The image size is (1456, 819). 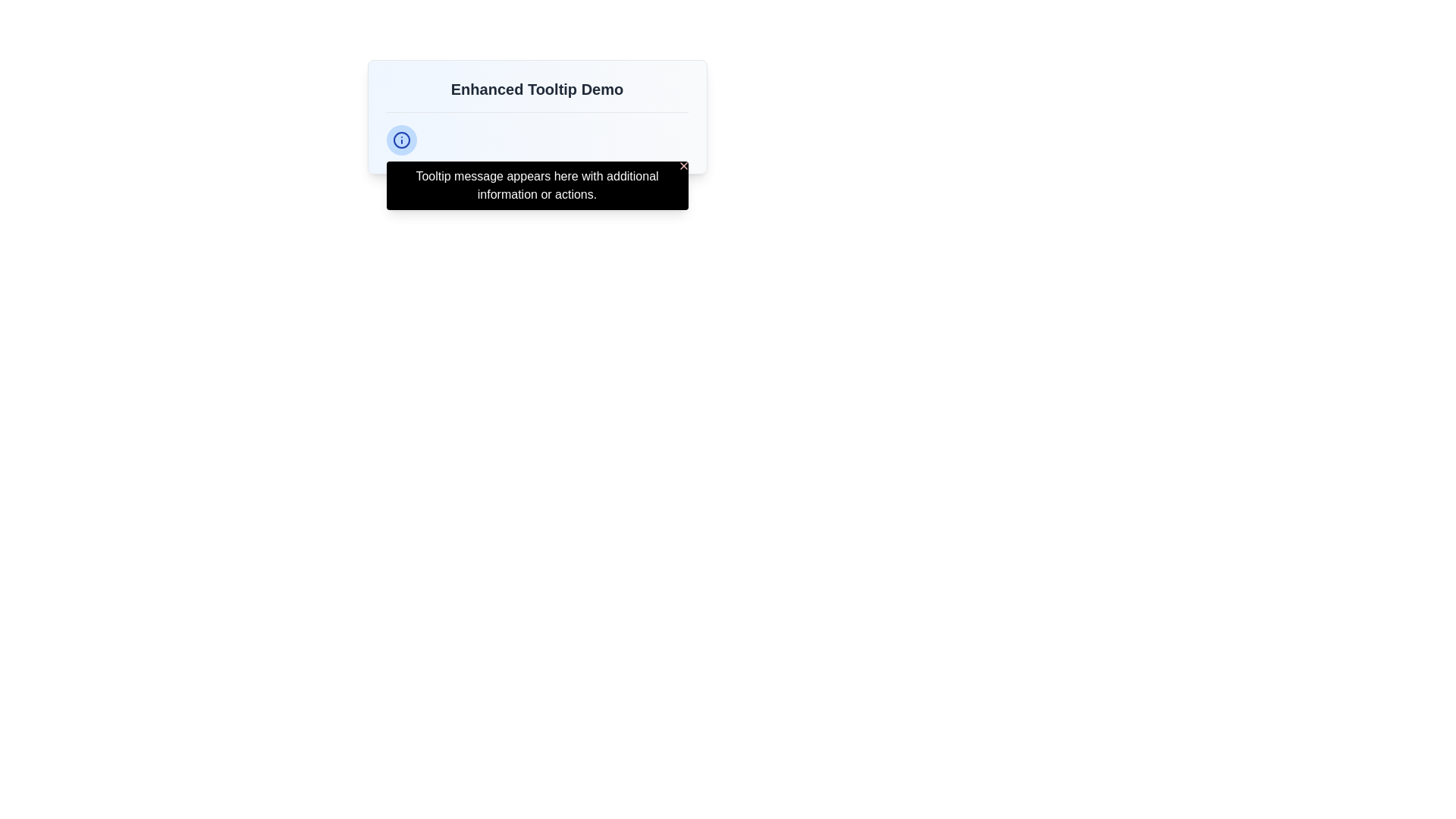 What do you see at coordinates (401, 140) in the screenshot?
I see `the circular information icon represented by a vector graphic element, located at the center of a 24x24 pixel box near the left side of the tooltip's title text` at bounding box center [401, 140].